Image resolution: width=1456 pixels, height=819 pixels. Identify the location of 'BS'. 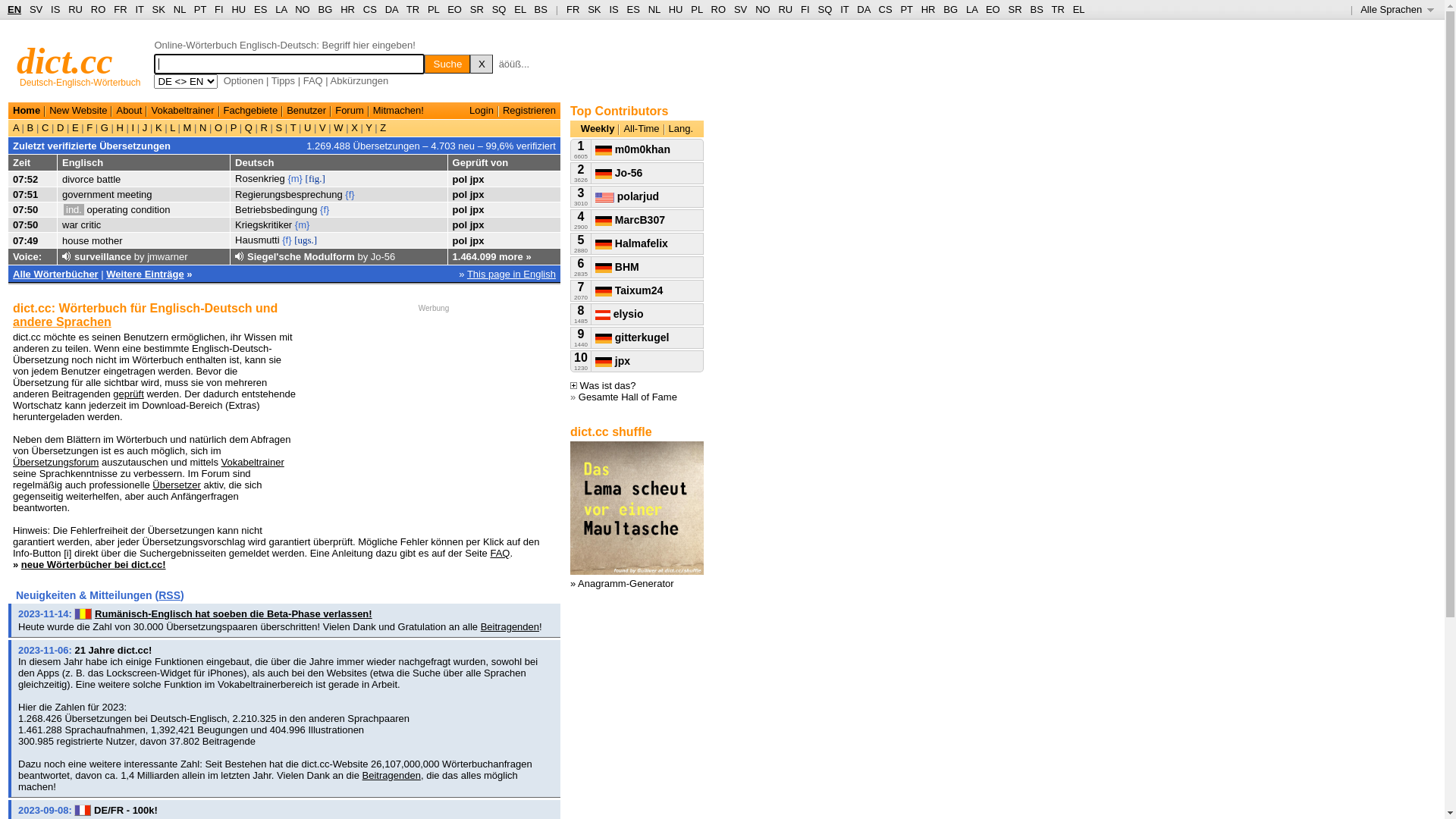
(1035, 9).